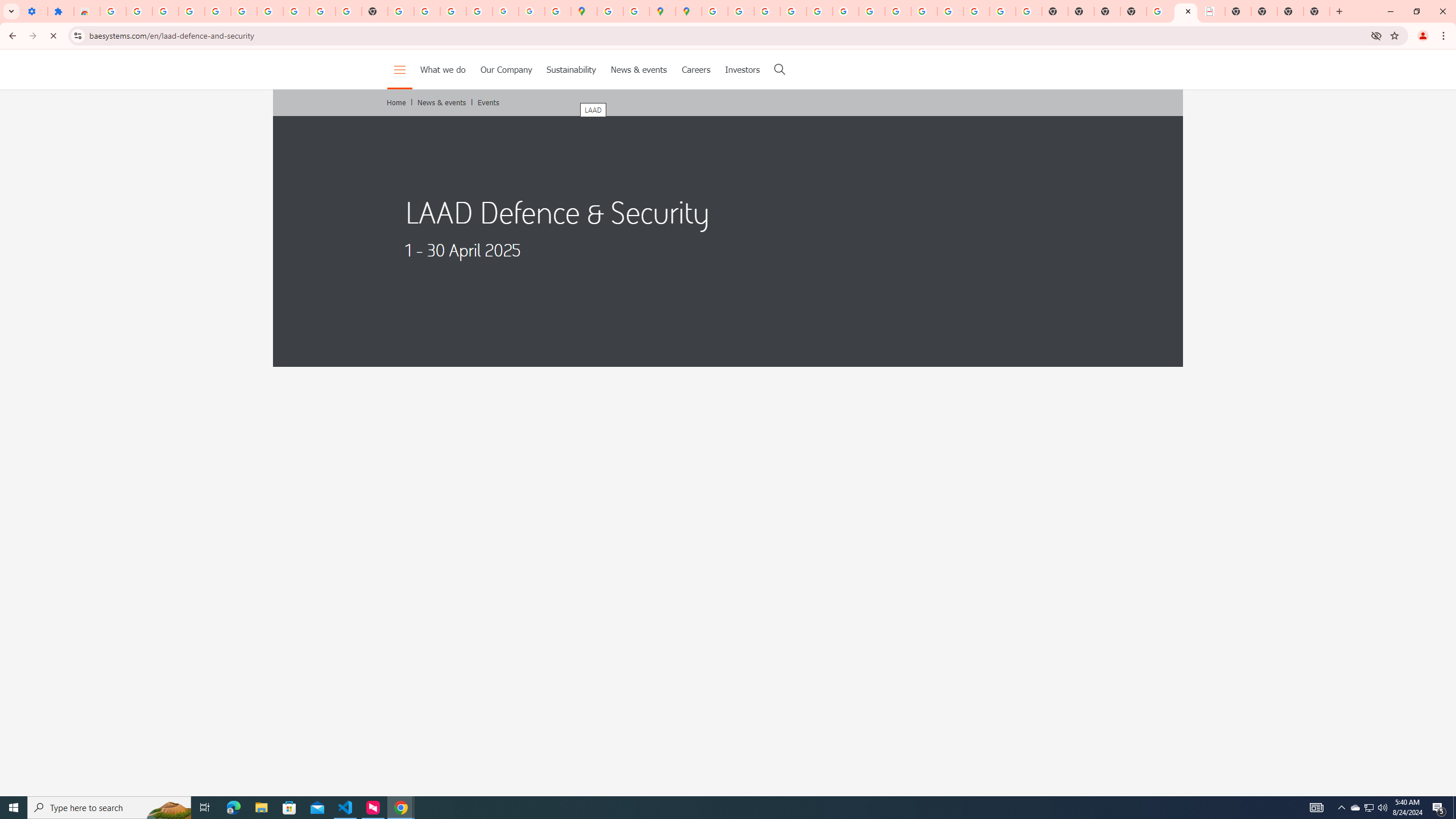 The width and height of the screenshot is (1456, 819). What do you see at coordinates (584, 11) in the screenshot?
I see `'Google Maps'` at bounding box center [584, 11].